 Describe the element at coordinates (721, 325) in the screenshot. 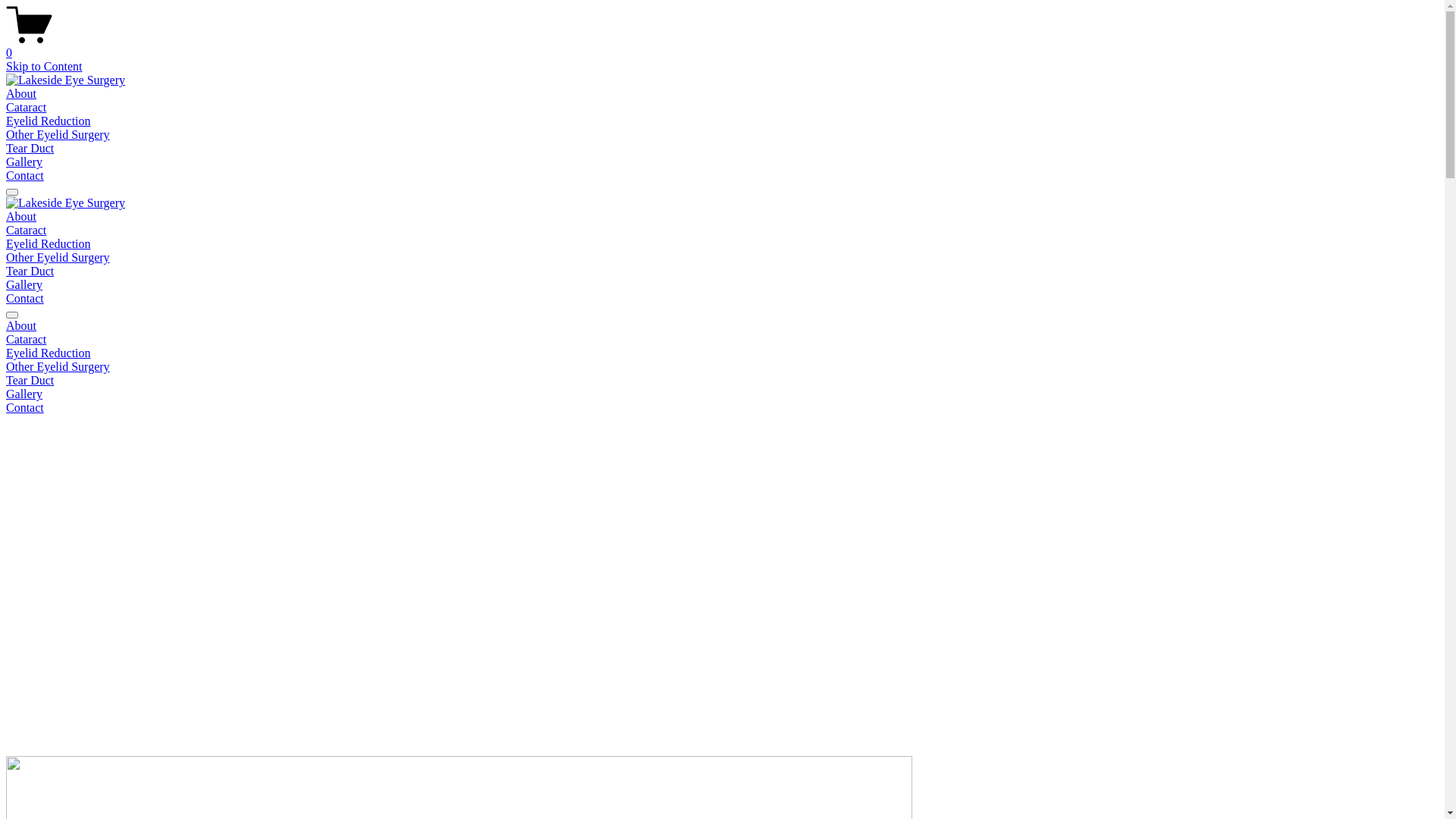

I see `'About'` at that location.